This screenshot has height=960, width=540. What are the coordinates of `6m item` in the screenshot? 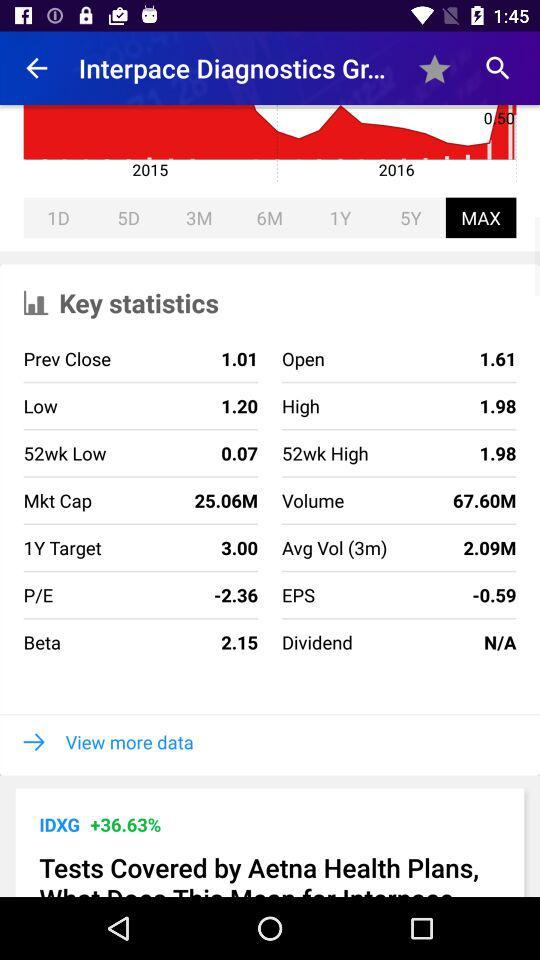 It's located at (269, 217).